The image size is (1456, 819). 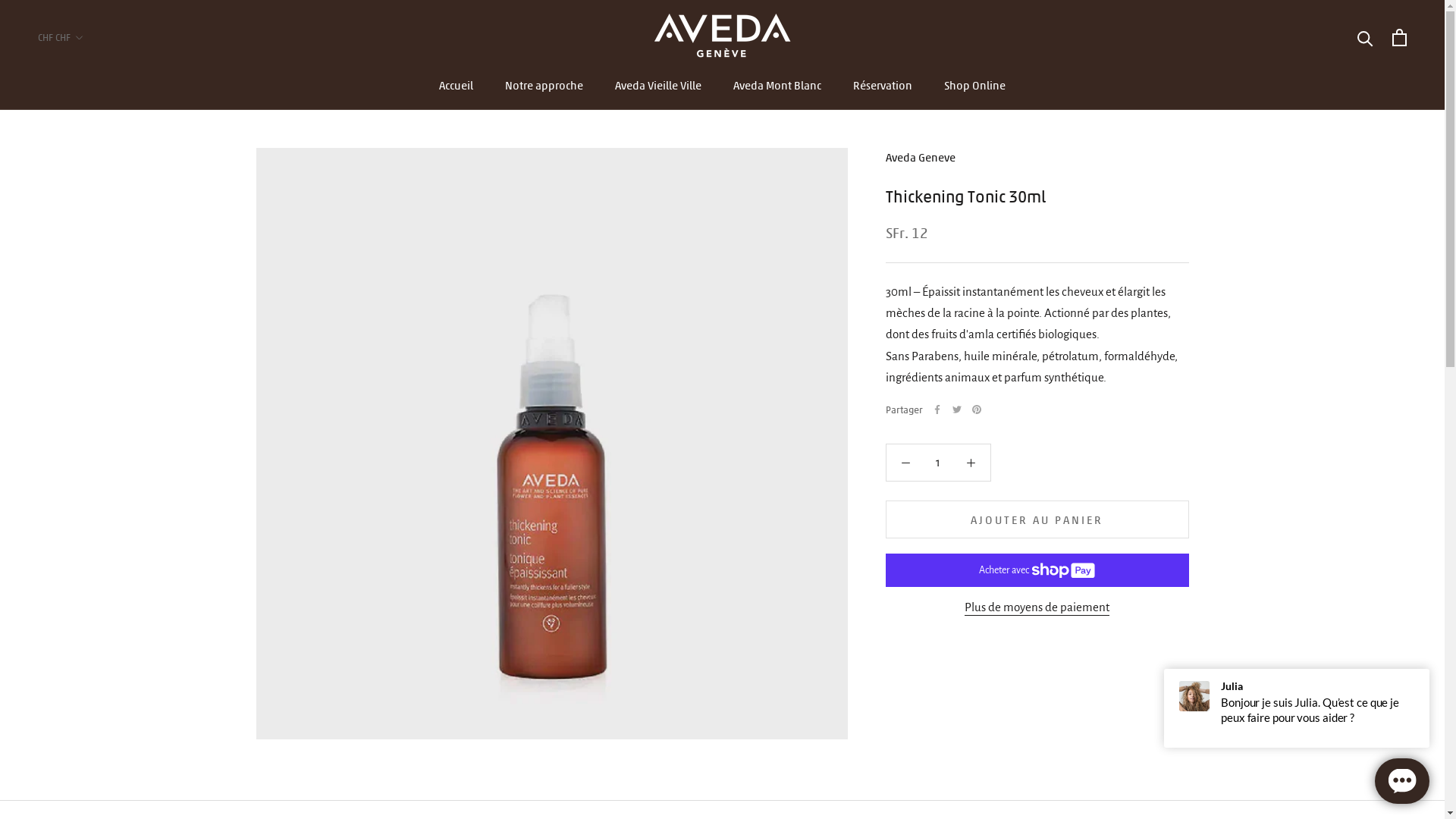 I want to click on 'Aveda Mont Blanc, so click(x=777, y=84).